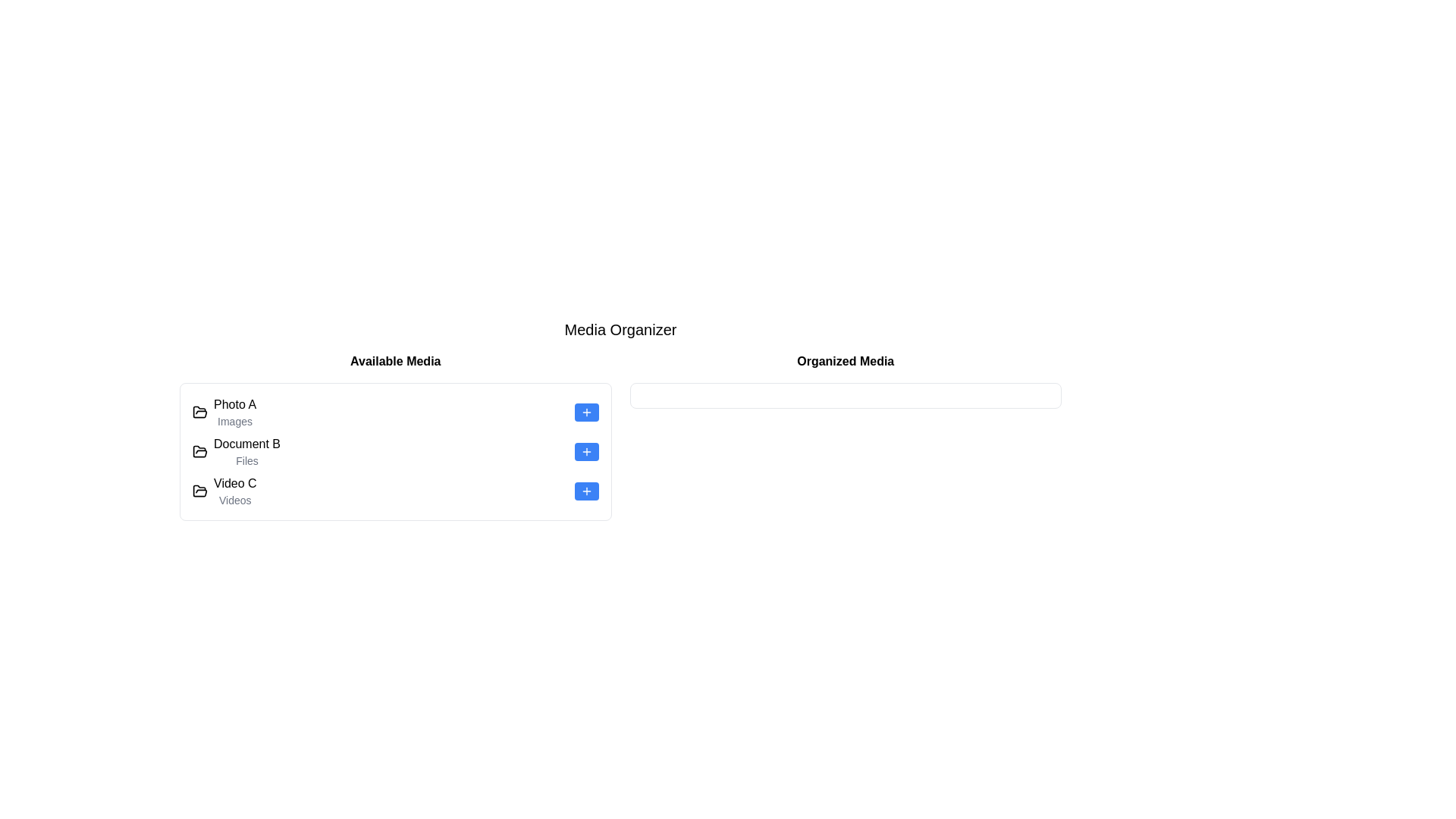 This screenshot has width=1456, height=819. Describe the element at coordinates (224, 491) in the screenshot. I see `the 'Video C' folder item located in the 'Available Media' section` at that location.